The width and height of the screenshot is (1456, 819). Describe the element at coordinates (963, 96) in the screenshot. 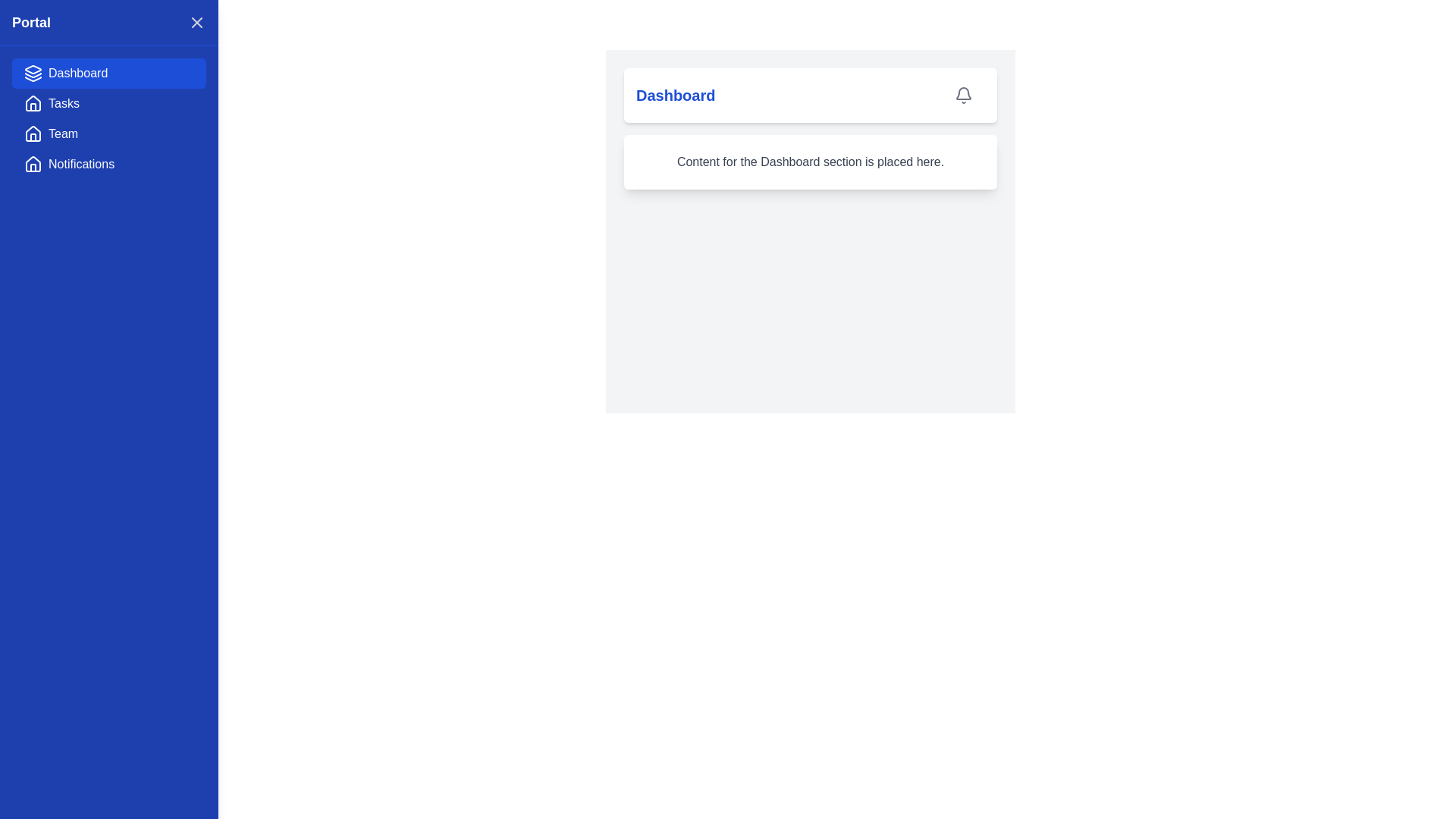

I see `the bell icon located on the right side of the header section titled 'Dashboard', adjacent to the title text` at that location.